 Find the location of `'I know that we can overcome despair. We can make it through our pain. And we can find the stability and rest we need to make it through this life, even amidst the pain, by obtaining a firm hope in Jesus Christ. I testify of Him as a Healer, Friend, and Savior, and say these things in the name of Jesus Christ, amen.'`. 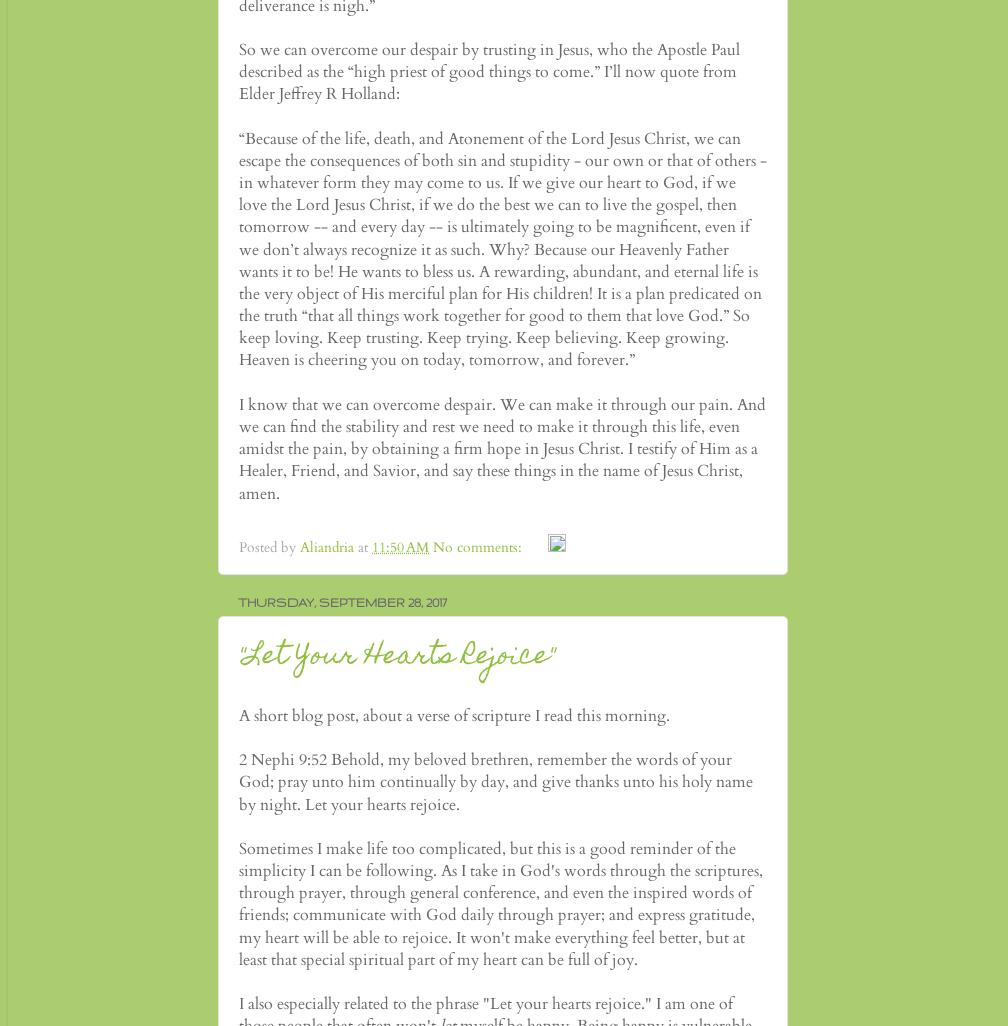

'I know that we can overcome despair. We can make it through our pain. And we can find the stability and rest we need to make it through this life, even amidst the pain, by obtaining a firm hope in Jesus Christ. I testify of Him as a Healer, Friend, and Savior, and say these things in the name of Jesus Christ, amen.' is located at coordinates (502, 448).